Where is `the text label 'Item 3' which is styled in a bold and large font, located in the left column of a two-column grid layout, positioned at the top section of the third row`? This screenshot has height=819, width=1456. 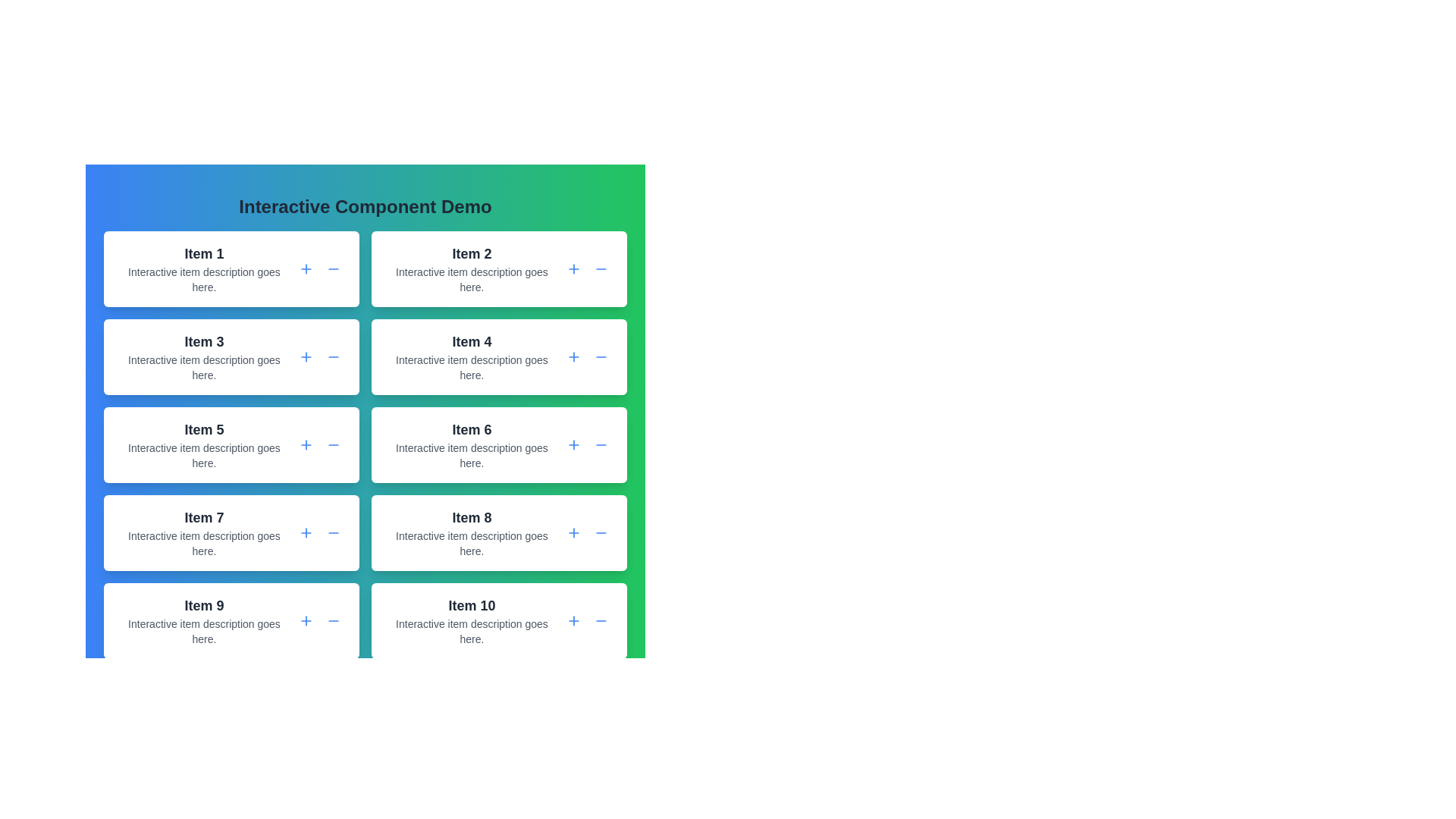
the text label 'Item 3' which is styled in a bold and large font, located in the left column of a two-column grid layout, positioned at the top section of the third row is located at coordinates (203, 342).